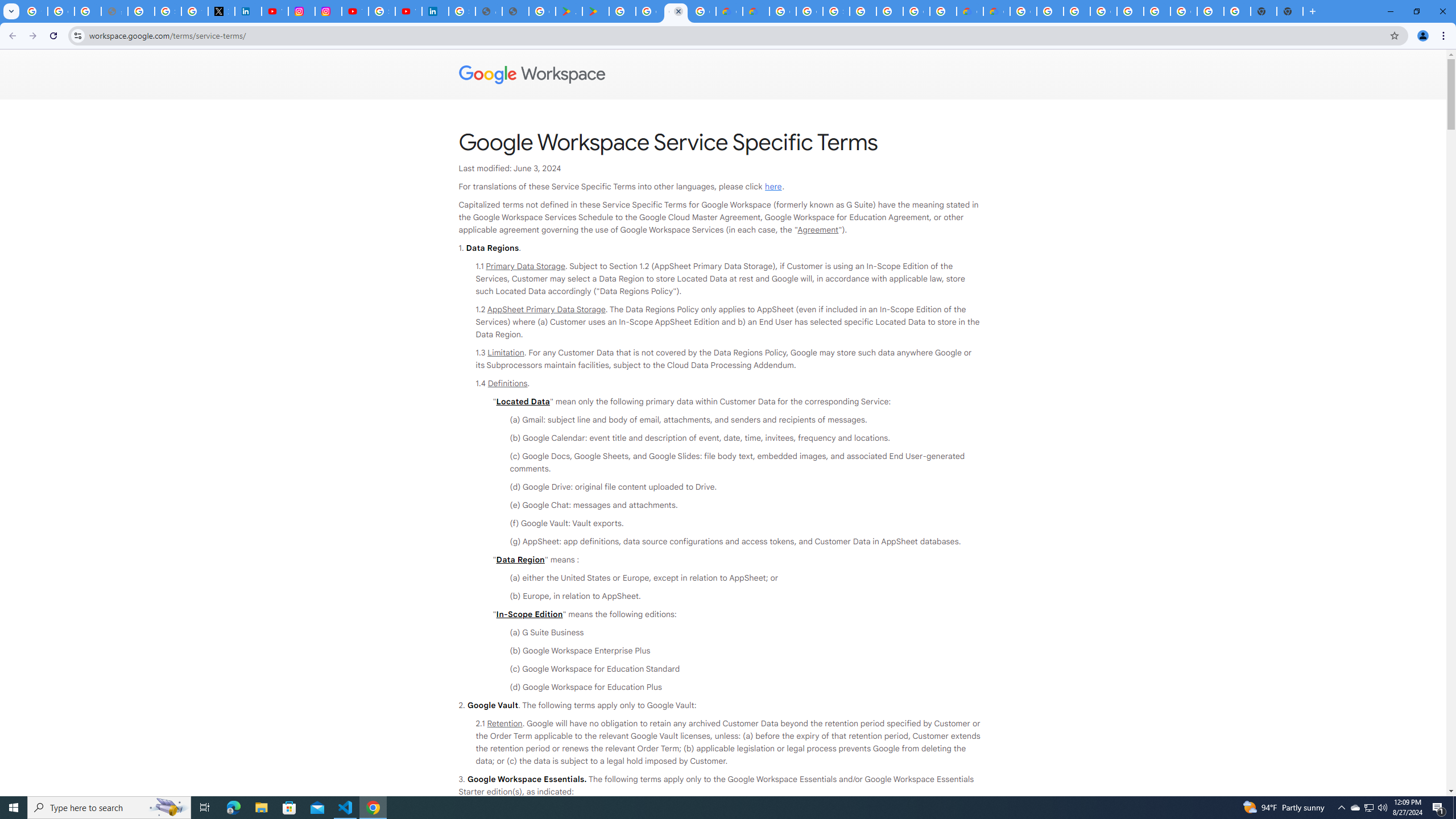 Image resolution: width=1456 pixels, height=819 pixels. What do you see at coordinates (916, 11) in the screenshot?
I see `'Google Cloud Platform'` at bounding box center [916, 11].